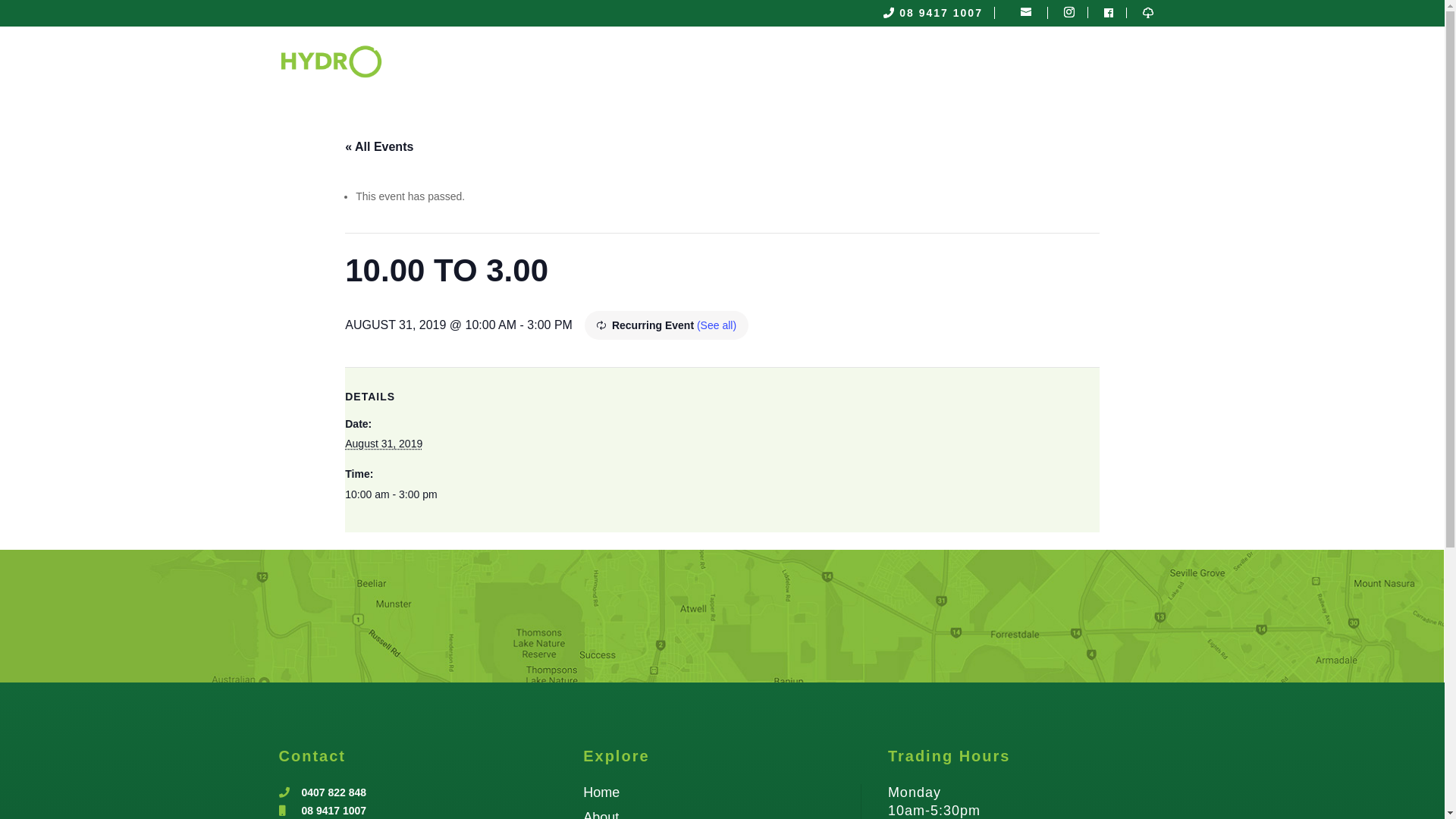 The height and width of the screenshot is (819, 1456). Describe the element at coordinates (334, 792) in the screenshot. I see `'0407 822 848'` at that location.